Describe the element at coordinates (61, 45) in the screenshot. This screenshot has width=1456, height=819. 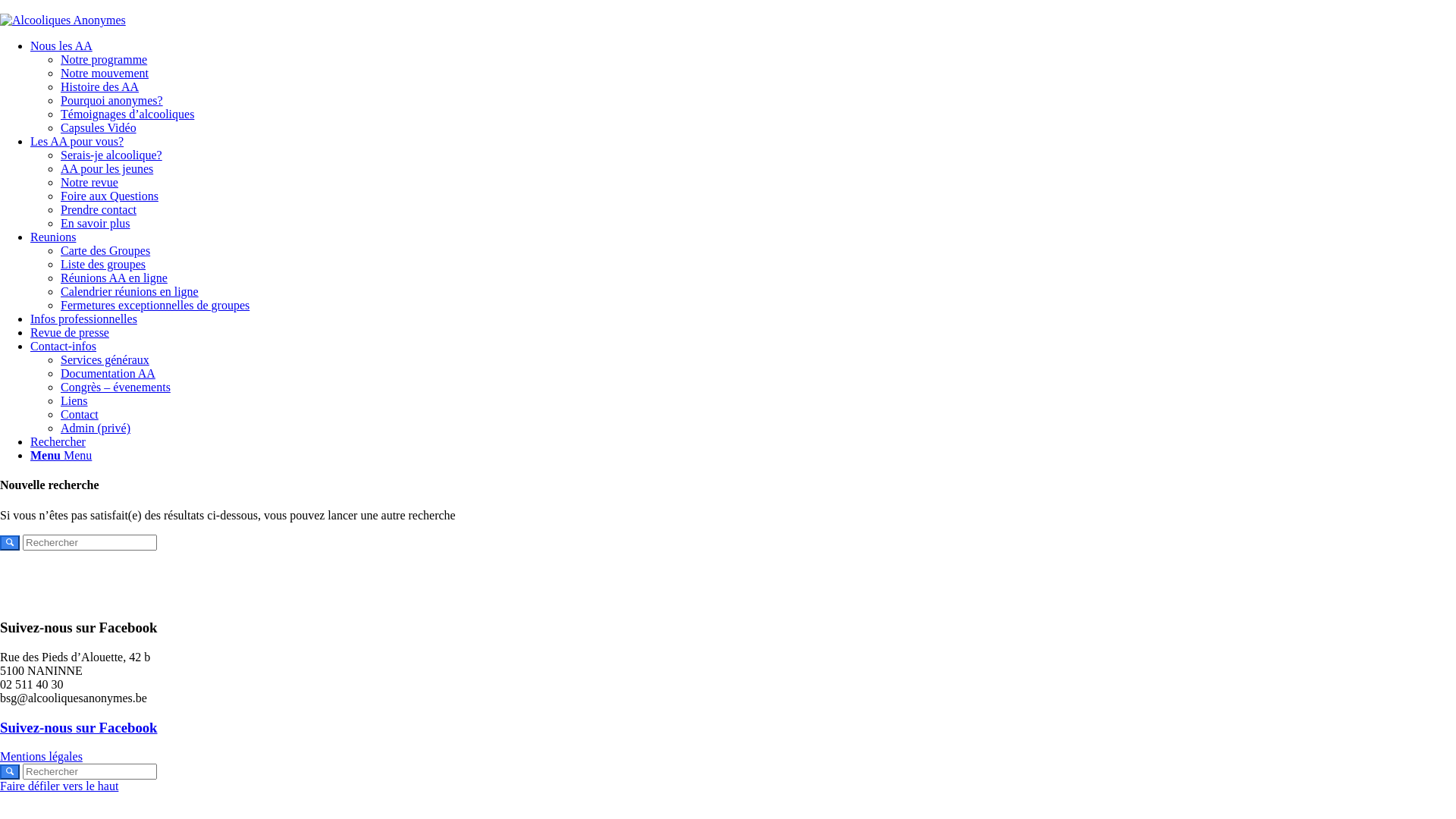
I see `'Nous les AA'` at that location.